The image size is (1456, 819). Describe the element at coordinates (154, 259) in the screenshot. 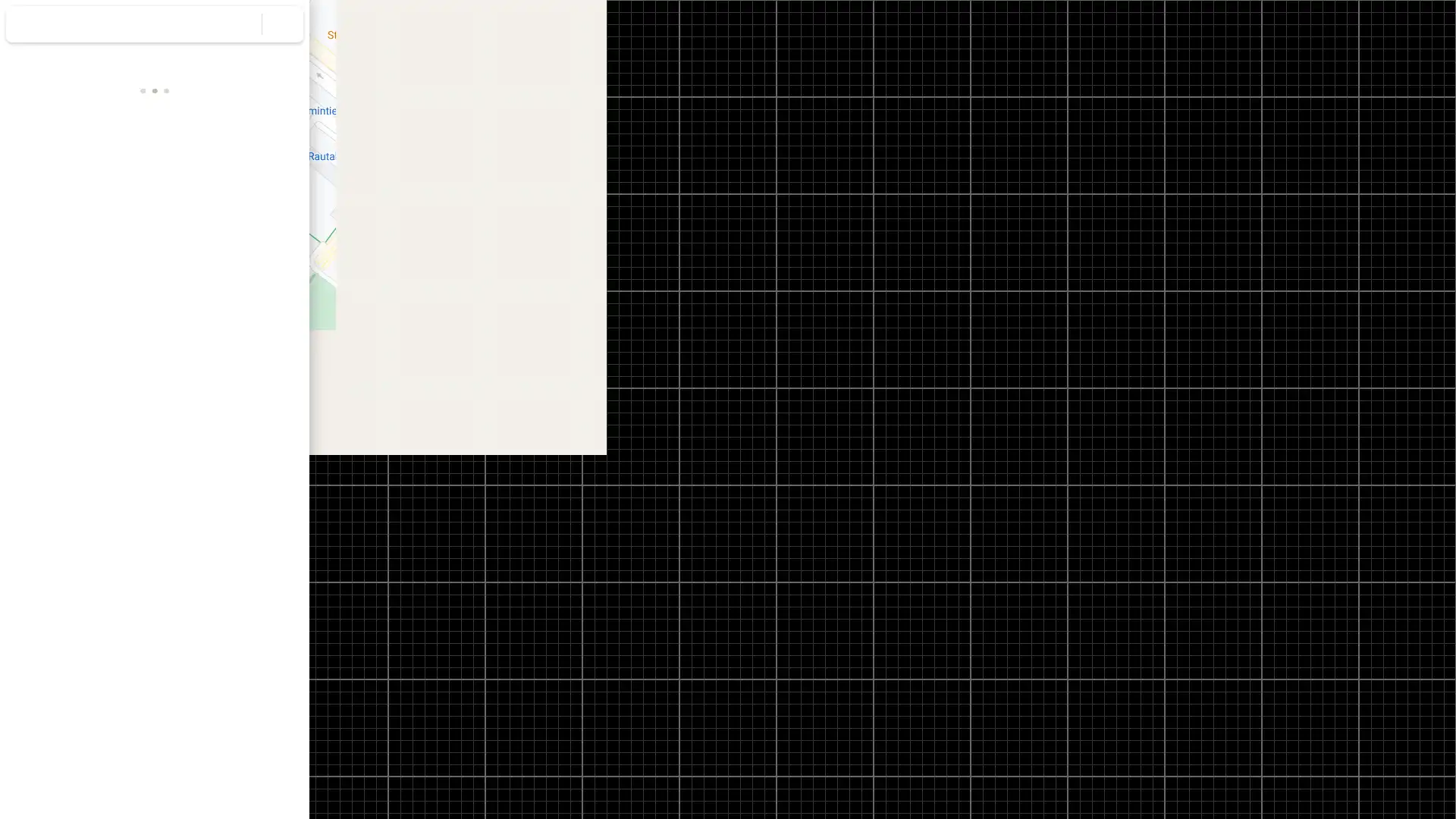

I see `Search nearby Elimaenkatu 27` at that location.